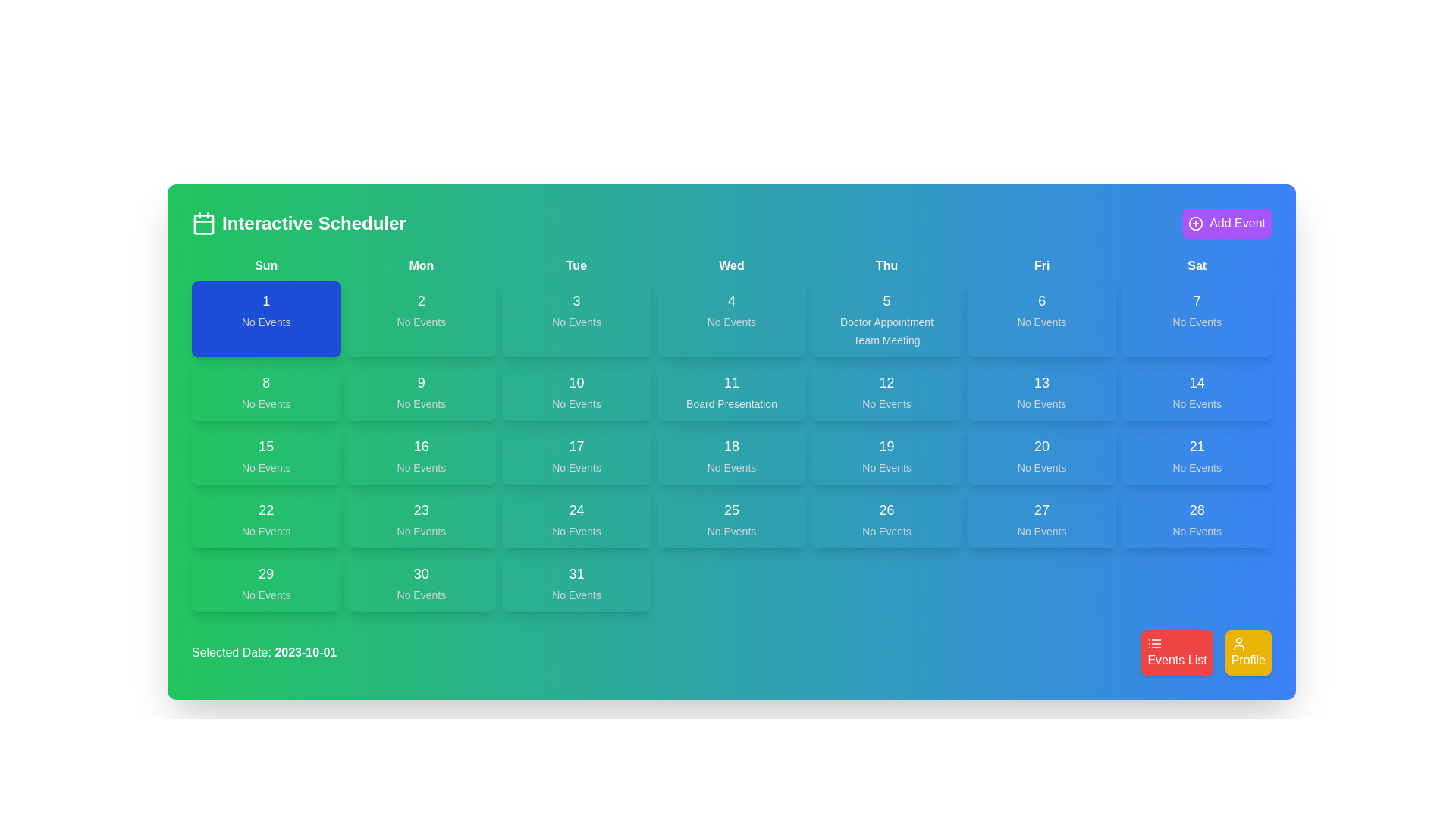 The height and width of the screenshot is (819, 1456). Describe the element at coordinates (1196, 321) in the screenshot. I see `the status indicator Text Label that displays 'no events scheduled' for the date '7', located in the sixth column (Saturday) of the calendar grid, directly below the text '7'` at that location.